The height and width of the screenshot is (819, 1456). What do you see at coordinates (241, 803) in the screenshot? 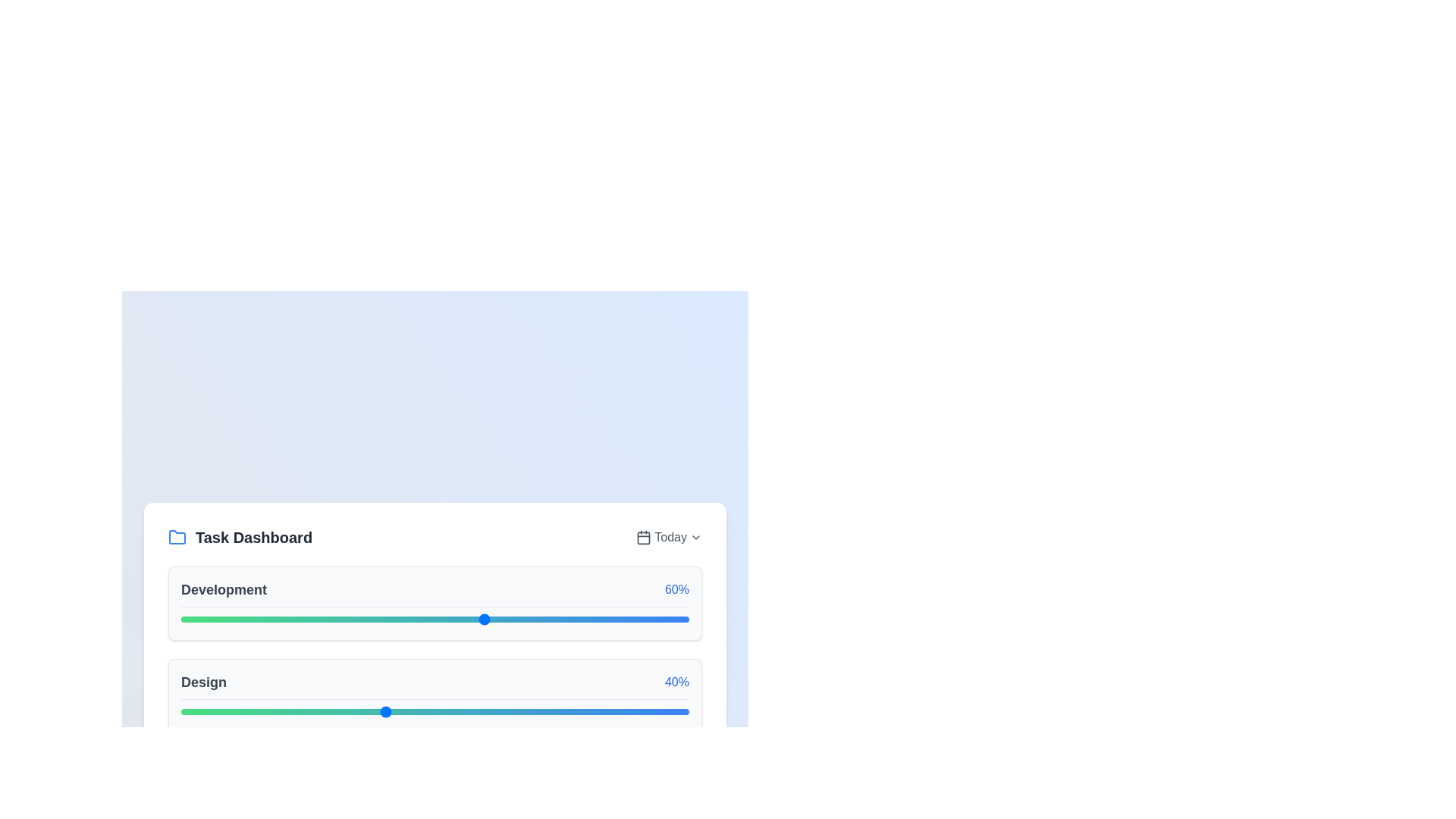
I see `the slider value` at bounding box center [241, 803].